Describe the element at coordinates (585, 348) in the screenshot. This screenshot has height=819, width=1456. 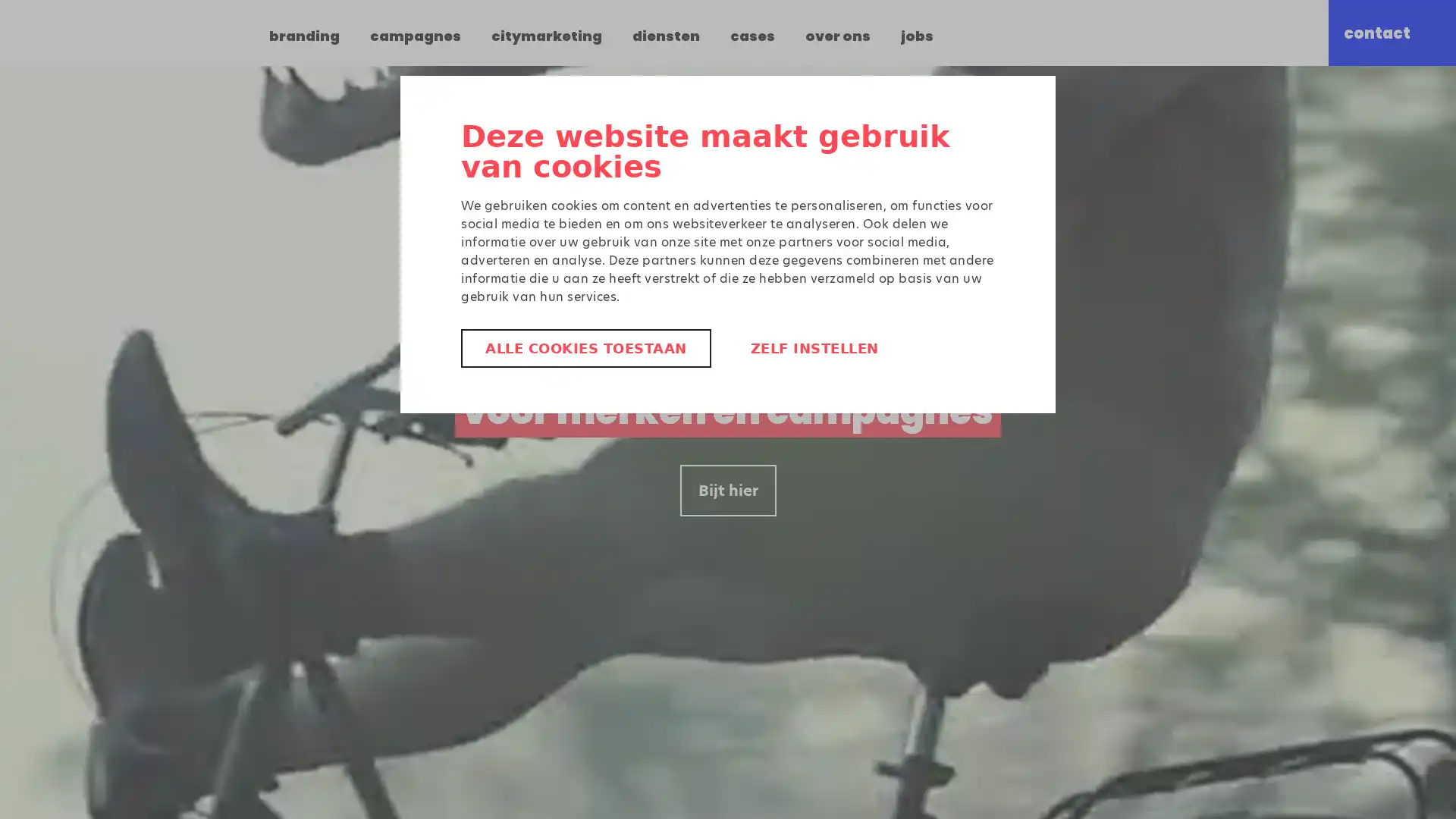
I see `ALLE COOKIES TOESTAAN` at that location.